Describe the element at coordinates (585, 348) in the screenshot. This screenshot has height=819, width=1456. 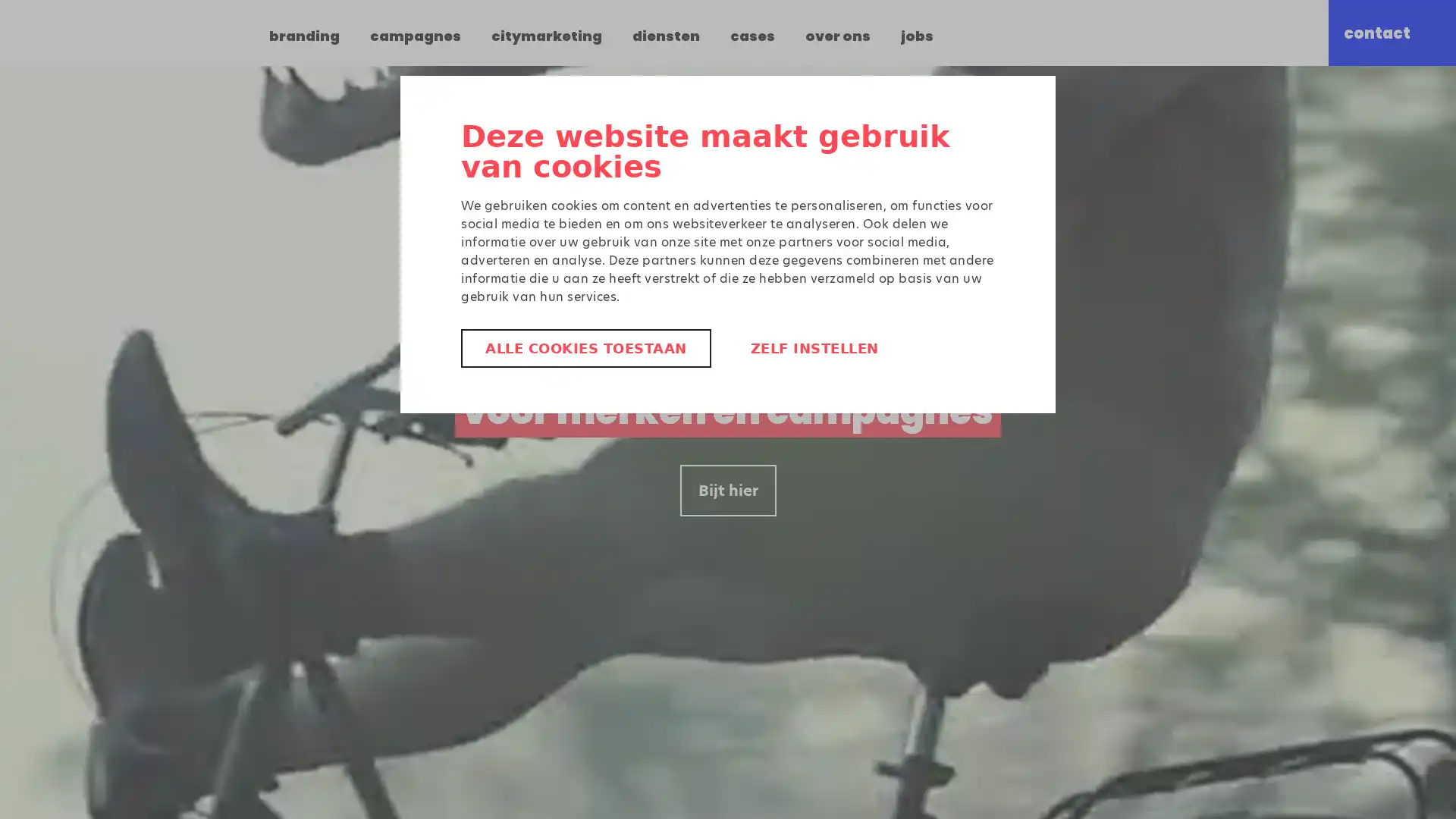
I see `ALLE COOKIES TOESTAAN` at that location.